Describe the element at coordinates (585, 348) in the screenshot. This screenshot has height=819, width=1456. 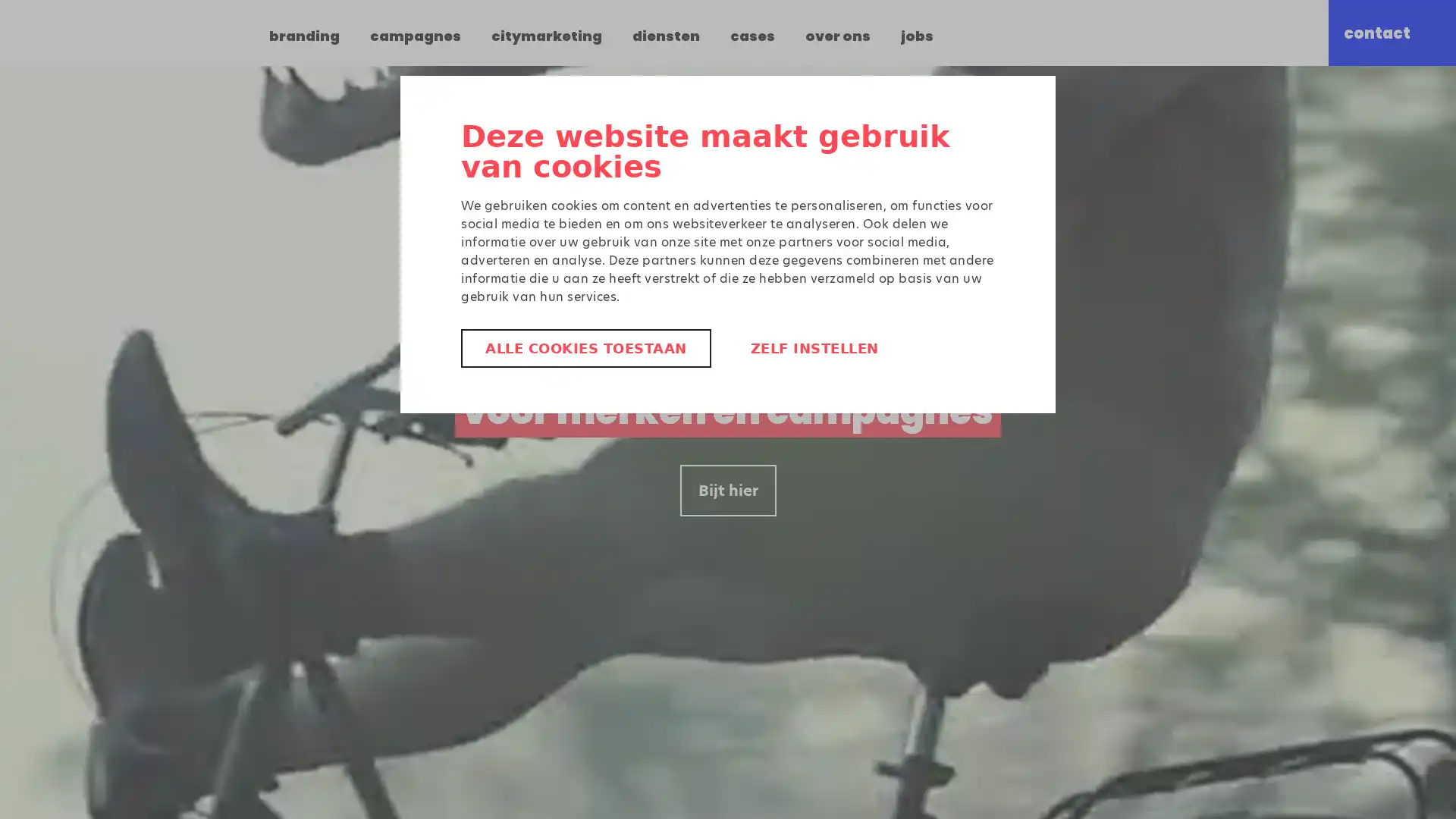
I see `ALLE COOKIES TOESTAAN` at that location.